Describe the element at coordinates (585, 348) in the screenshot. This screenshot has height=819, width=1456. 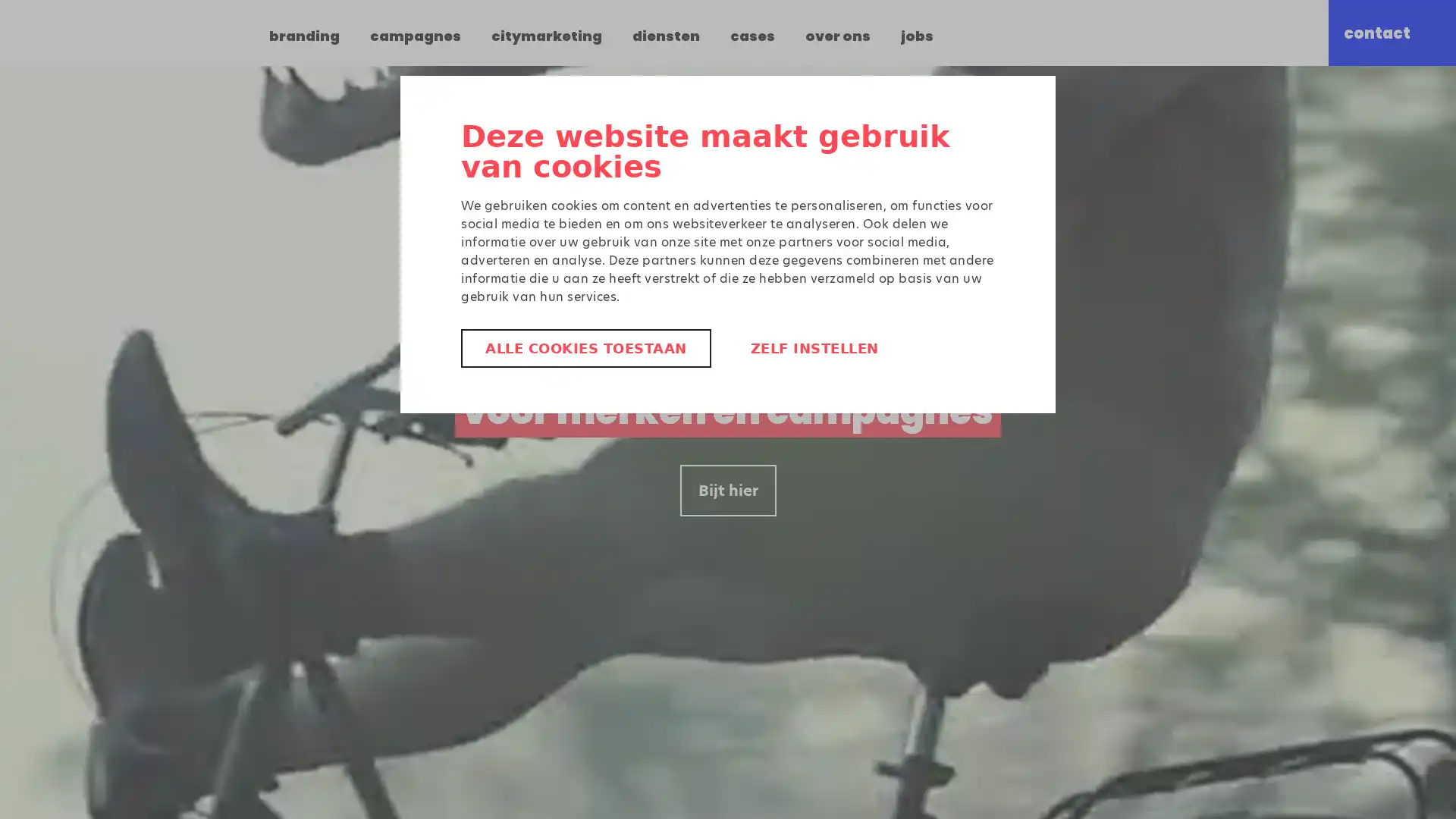
I see `ALLE COOKIES TOESTAAN` at that location.